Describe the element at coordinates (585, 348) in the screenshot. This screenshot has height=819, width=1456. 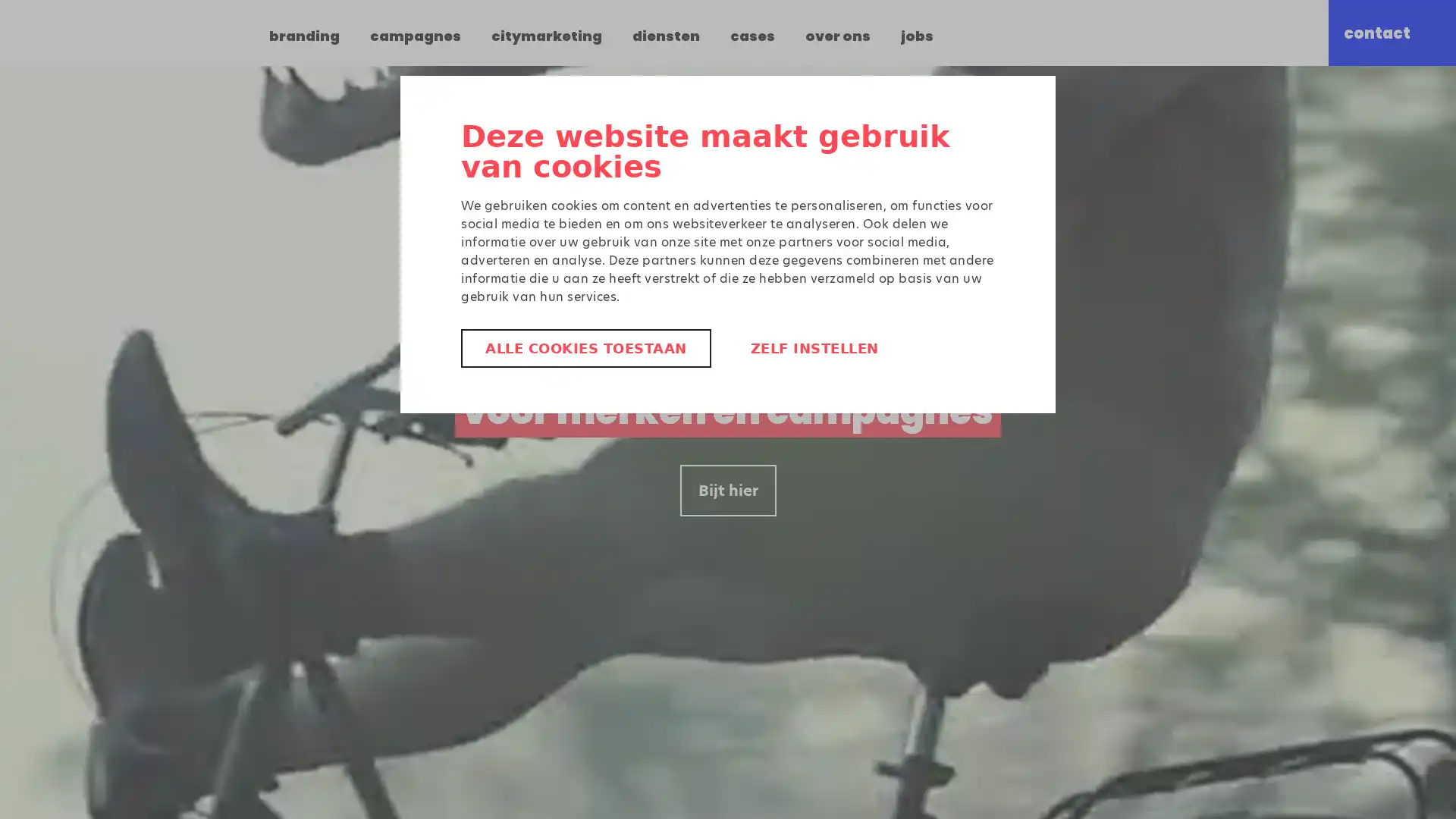
I see `ALLE COOKIES TOESTAAN` at that location.